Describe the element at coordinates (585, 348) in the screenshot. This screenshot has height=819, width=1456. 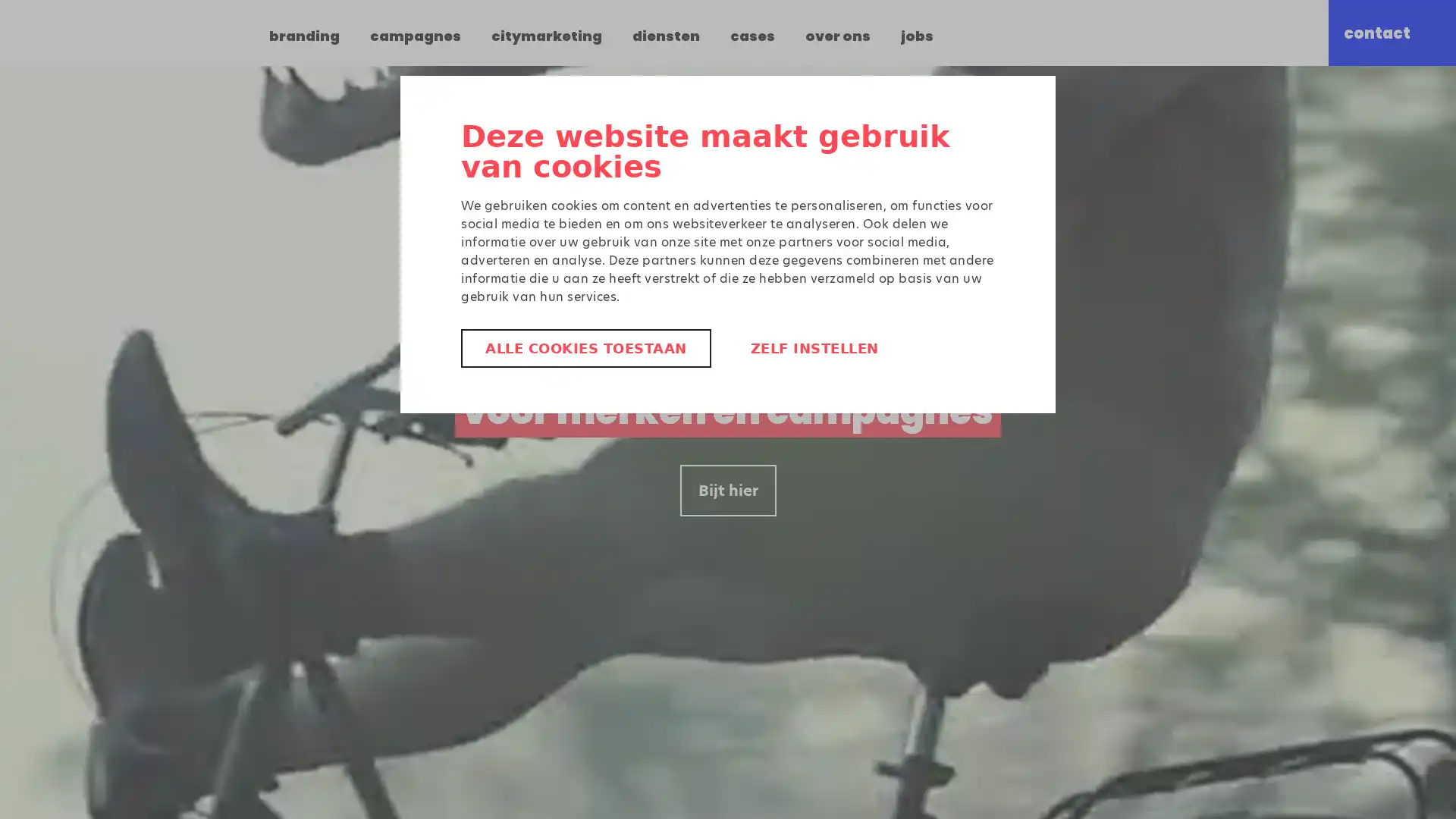
I see `ALLE COOKIES TOESTAAN` at that location.